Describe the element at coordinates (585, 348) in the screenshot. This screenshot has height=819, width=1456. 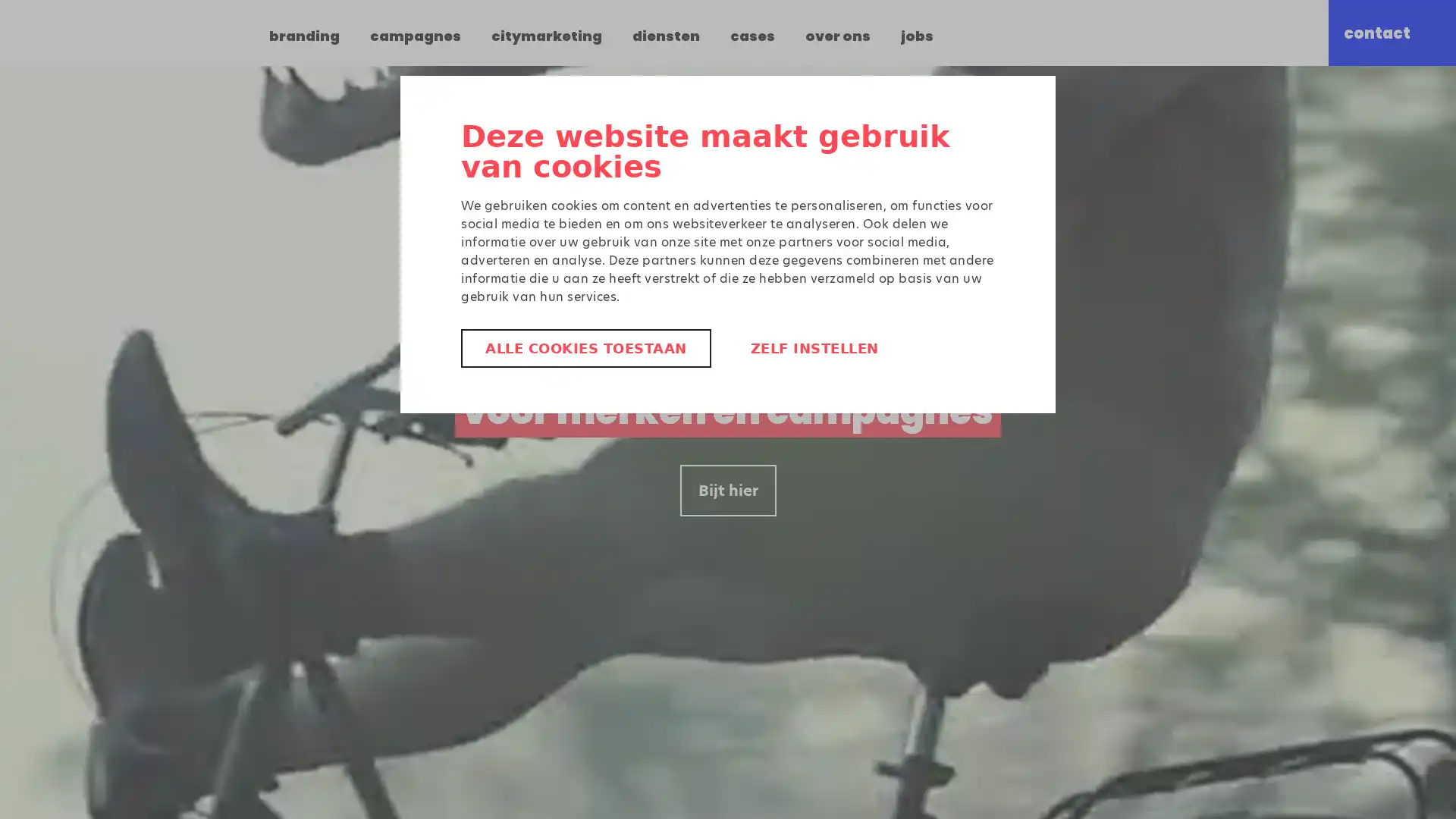
I see `ALLE COOKIES TOESTAAN` at that location.